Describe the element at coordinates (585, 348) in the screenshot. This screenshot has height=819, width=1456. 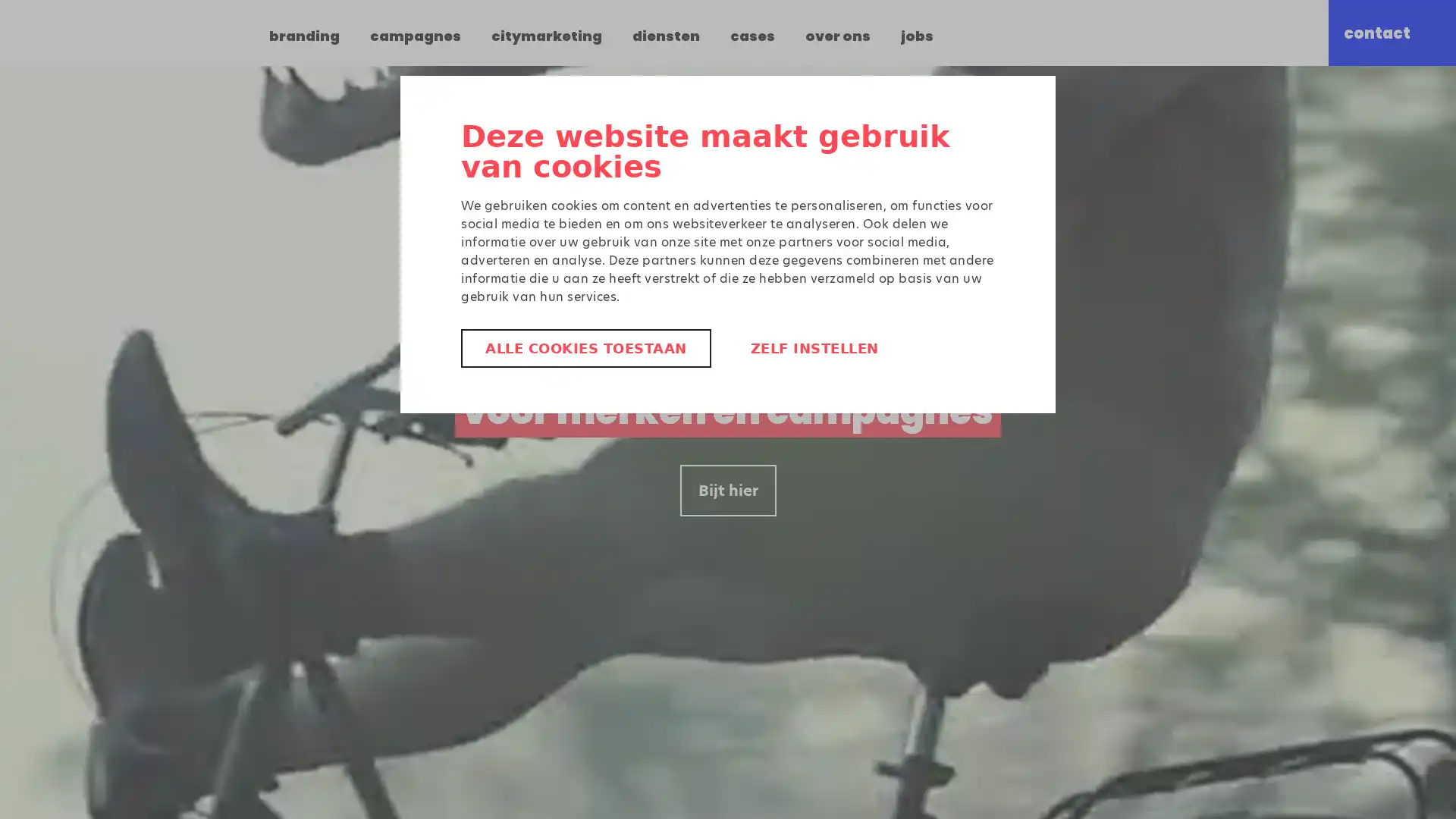
I see `ALLE COOKIES TOESTAAN` at that location.